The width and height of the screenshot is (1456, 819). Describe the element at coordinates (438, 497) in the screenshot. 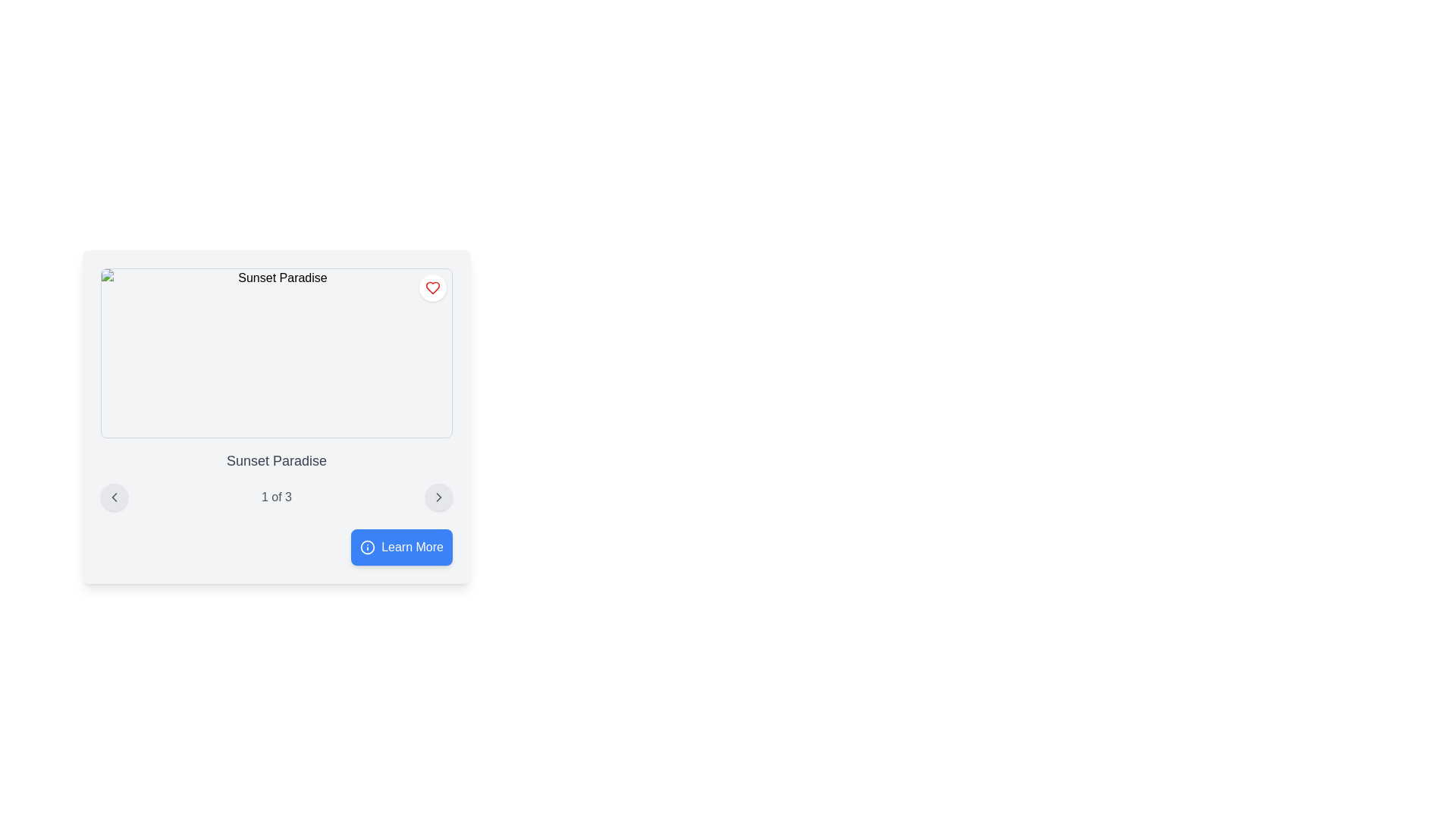

I see `the navigation button located on the far right that allows users` at that location.